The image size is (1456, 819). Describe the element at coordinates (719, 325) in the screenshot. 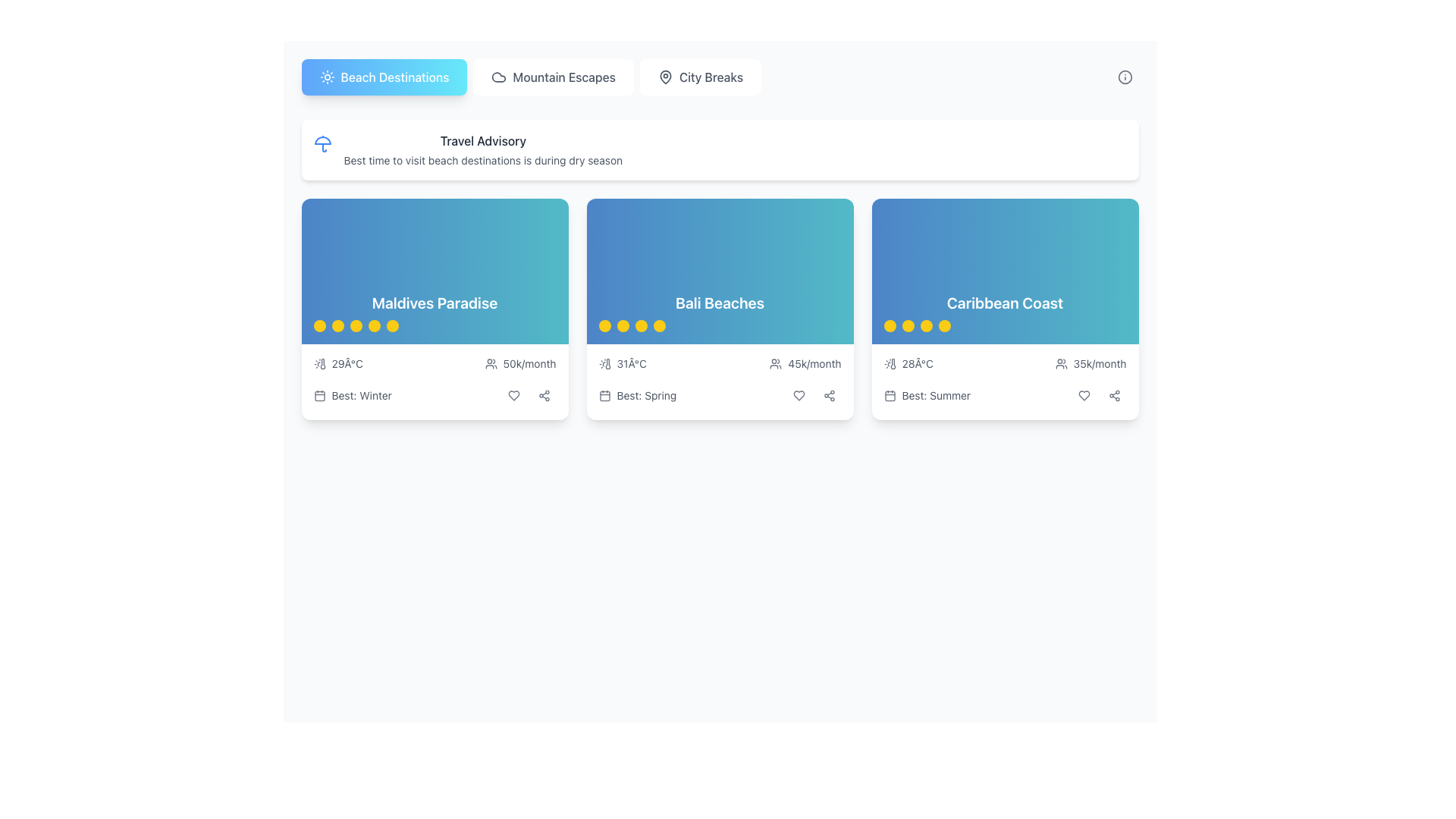

I see `the Rating Stars Indicator located beneath the title 'Bali Beaches' in the card layout` at that location.